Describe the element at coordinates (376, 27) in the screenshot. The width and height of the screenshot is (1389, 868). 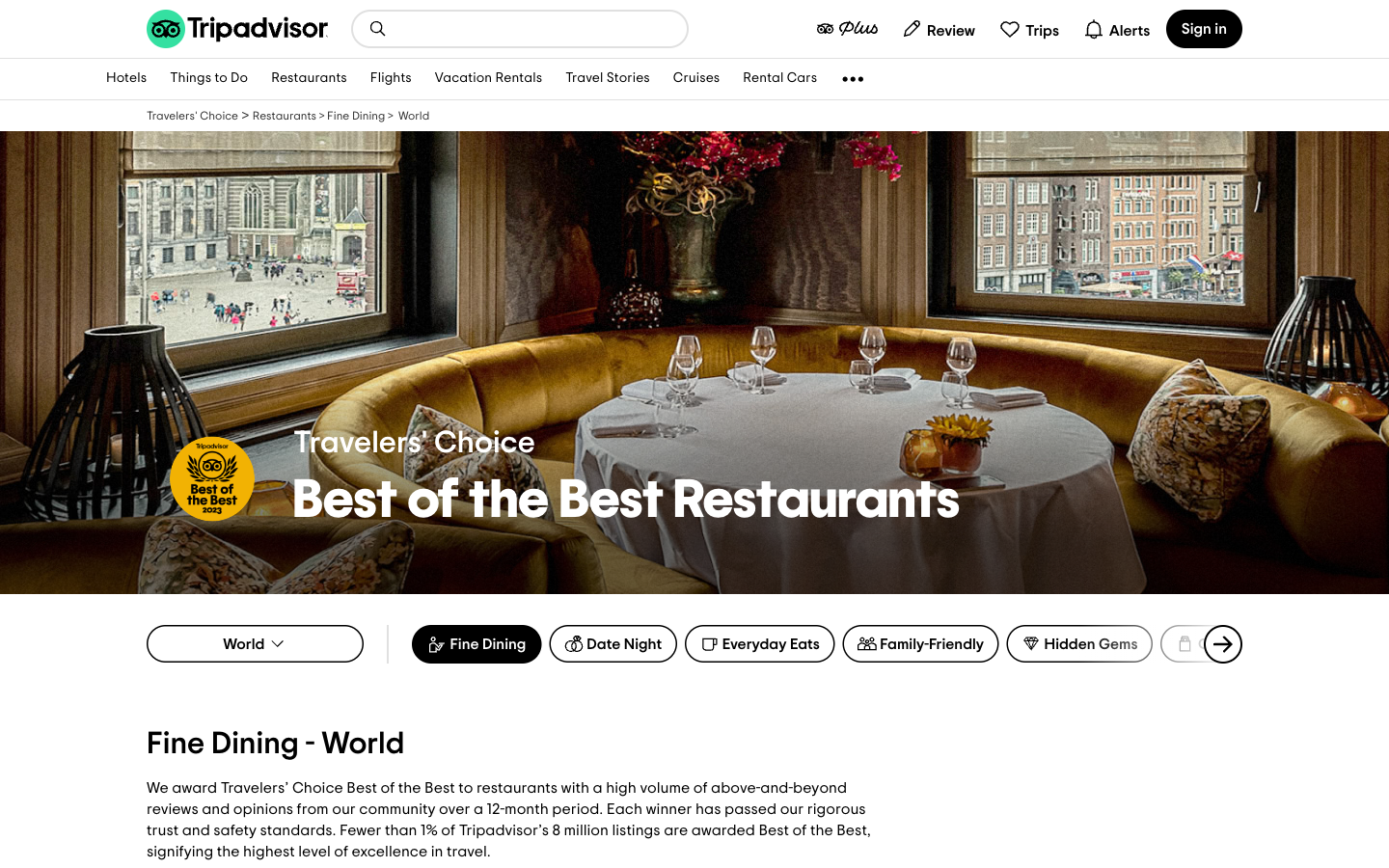
I see `Search for accommodations in close proximity` at that location.